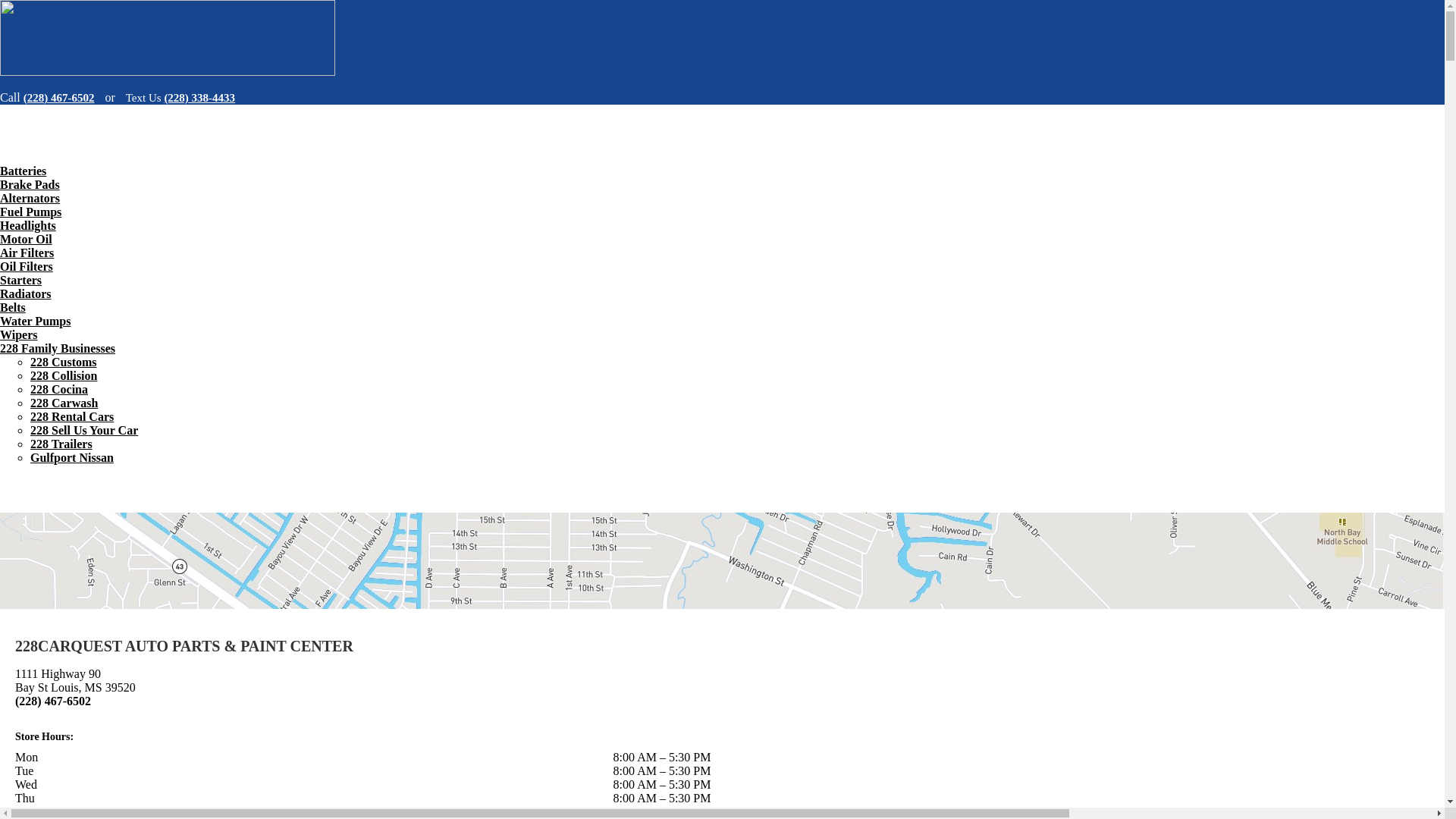  What do you see at coordinates (35, 320) in the screenshot?
I see `'Water Pumps'` at bounding box center [35, 320].